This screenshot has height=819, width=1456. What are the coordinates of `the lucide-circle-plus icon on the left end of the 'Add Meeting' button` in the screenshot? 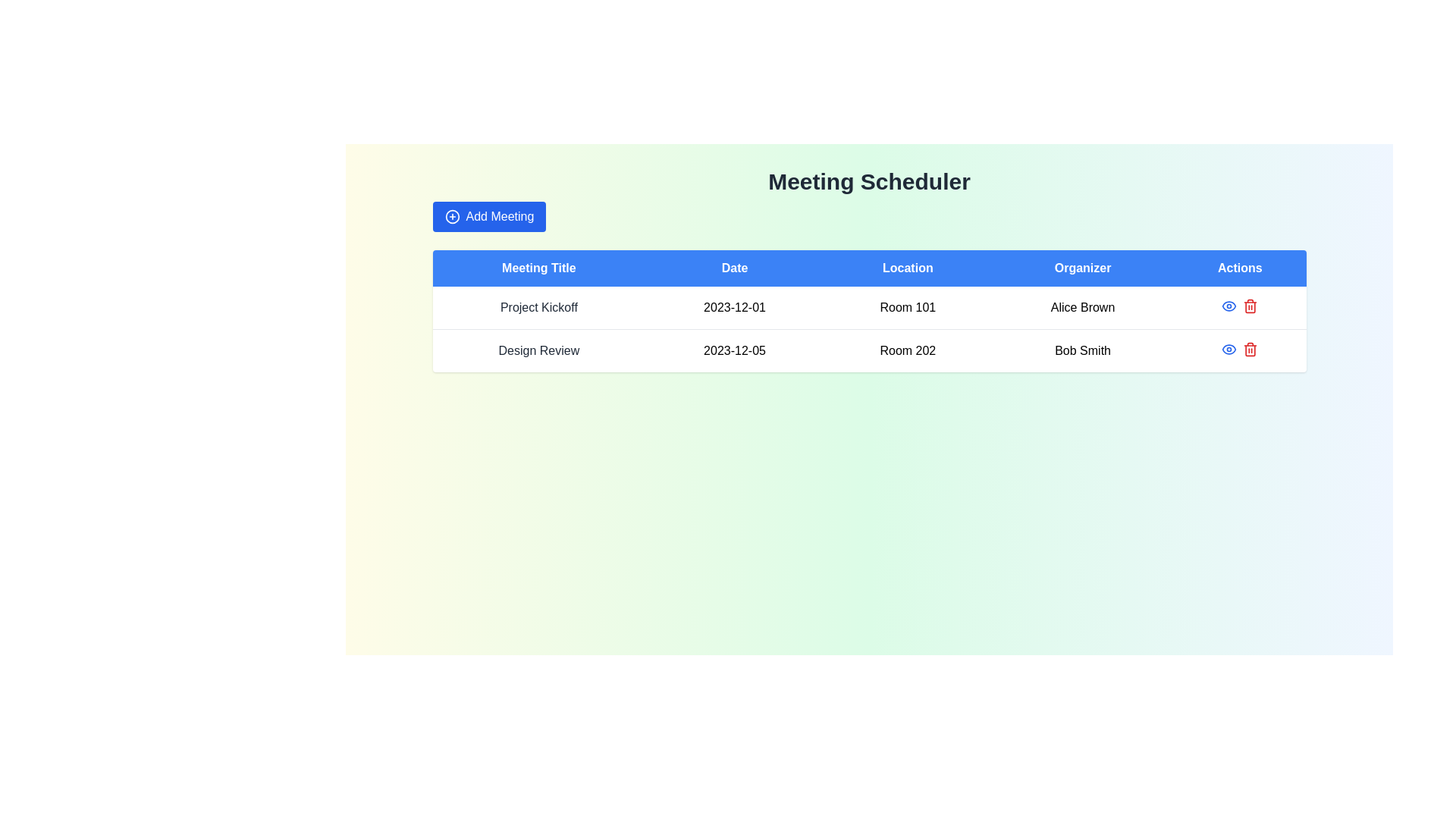 It's located at (451, 216).